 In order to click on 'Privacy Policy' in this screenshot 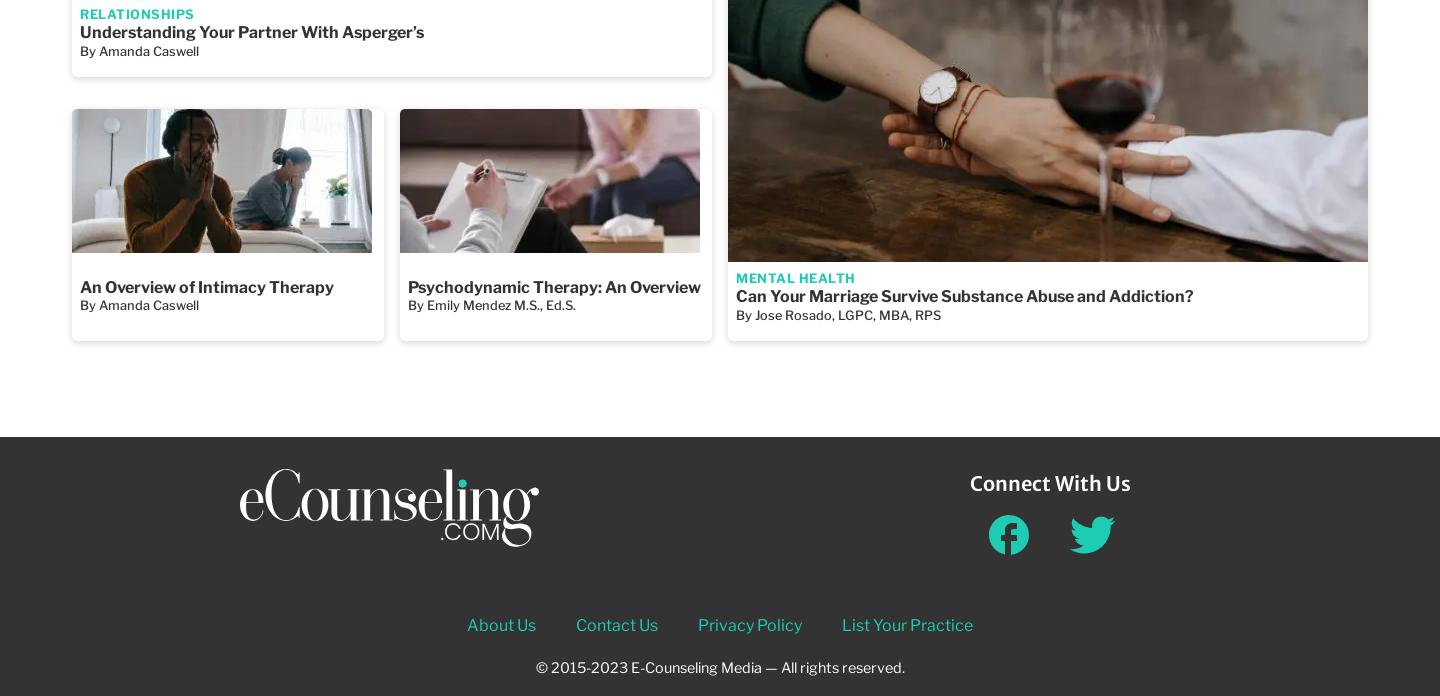, I will do `click(697, 623)`.